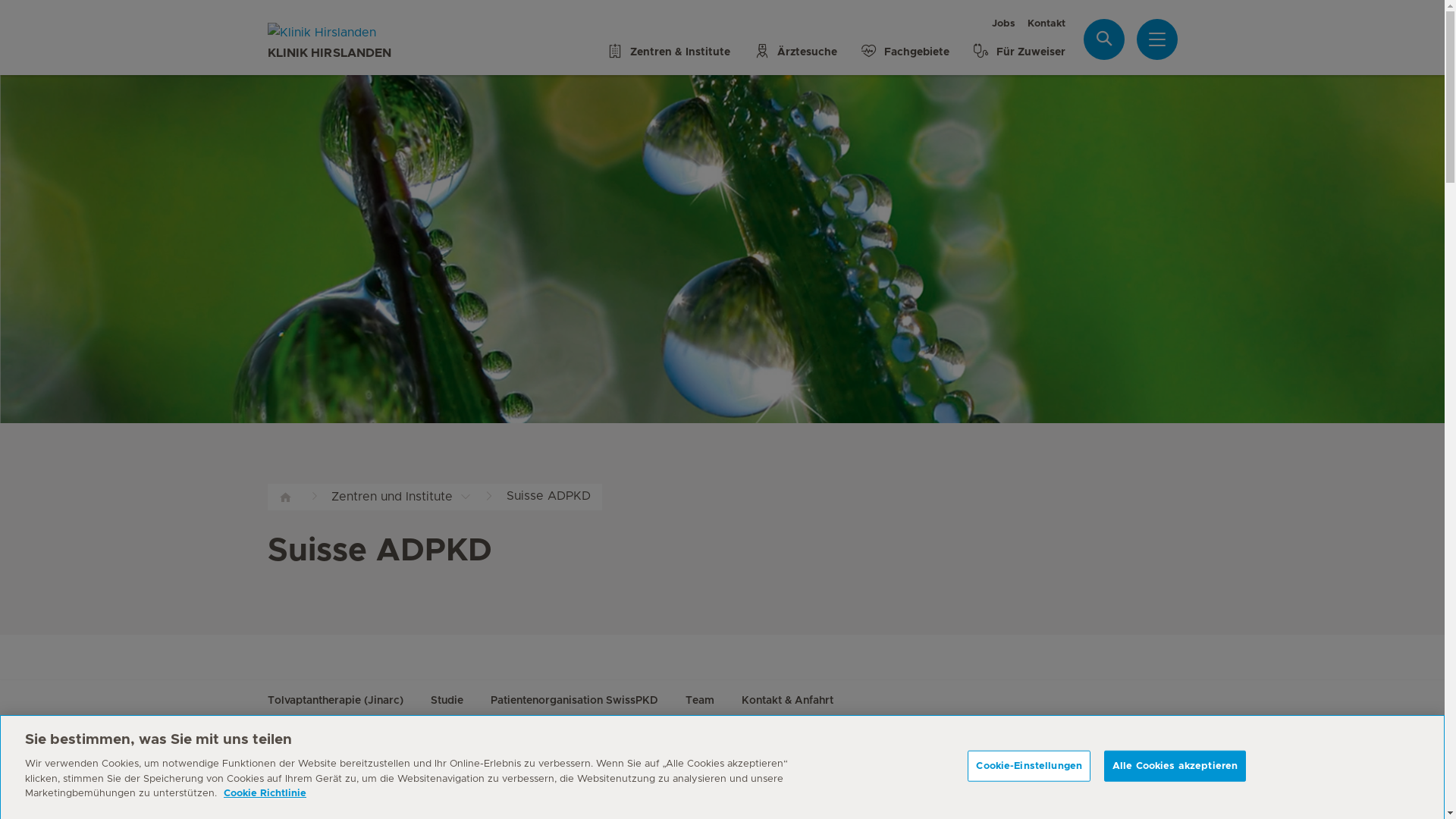 This screenshot has width=1456, height=819. What do you see at coordinates (330, 497) in the screenshot?
I see `'Zentren und Institute'` at bounding box center [330, 497].